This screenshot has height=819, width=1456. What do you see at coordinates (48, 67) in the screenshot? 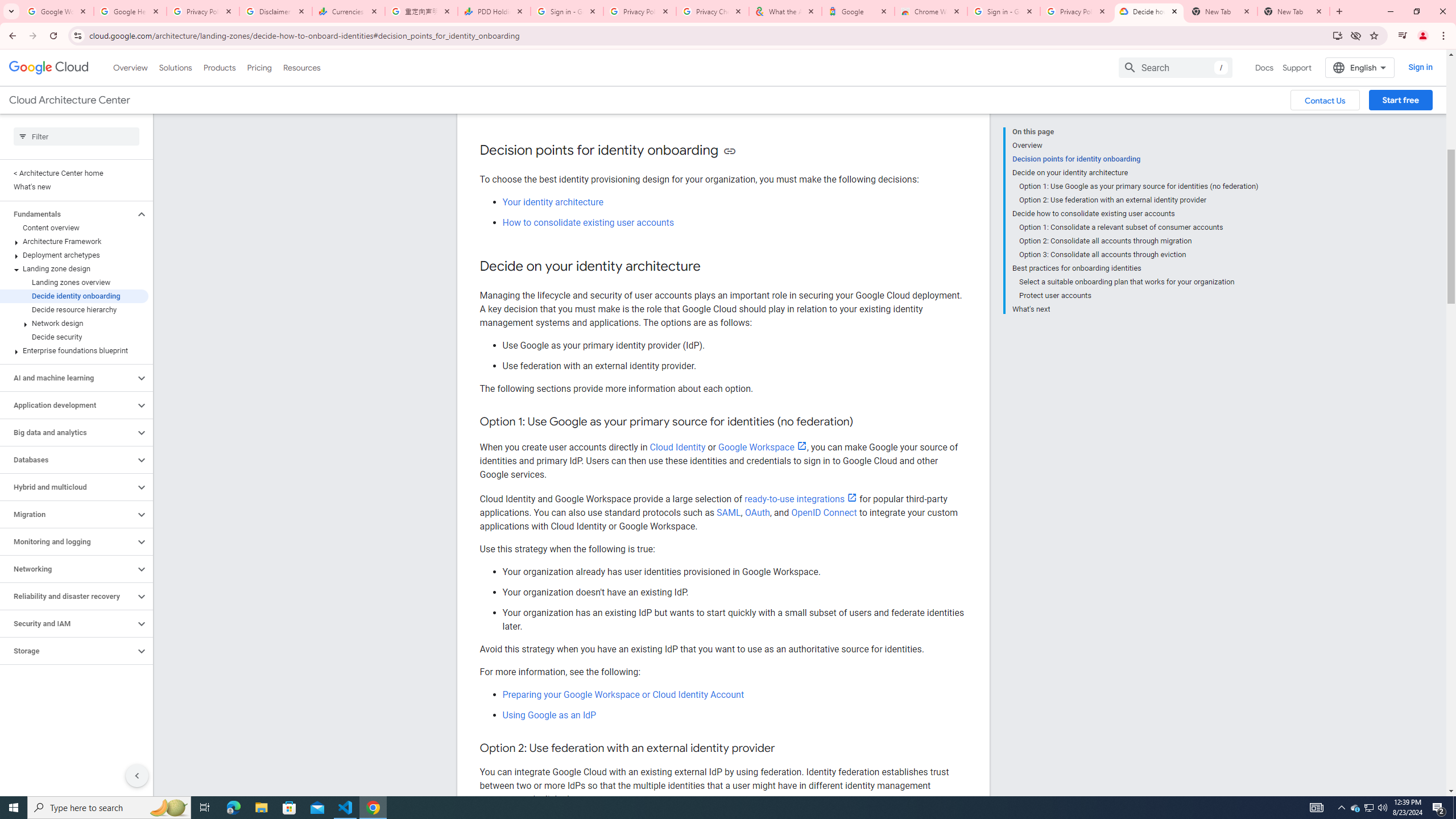
I see `'Google Cloud'` at bounding box center [48, 67].